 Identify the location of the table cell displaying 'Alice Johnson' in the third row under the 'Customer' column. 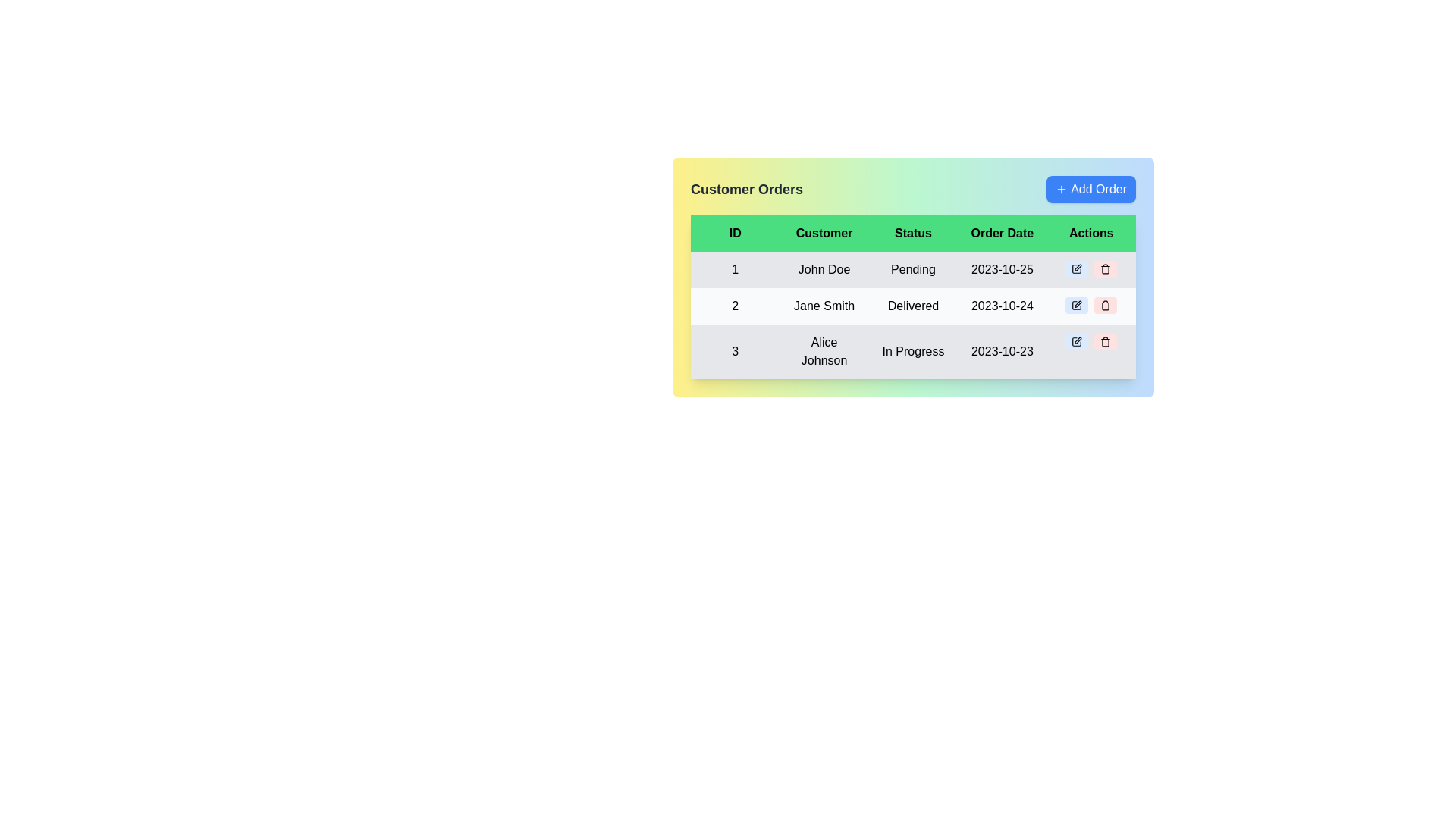
(824, 351).